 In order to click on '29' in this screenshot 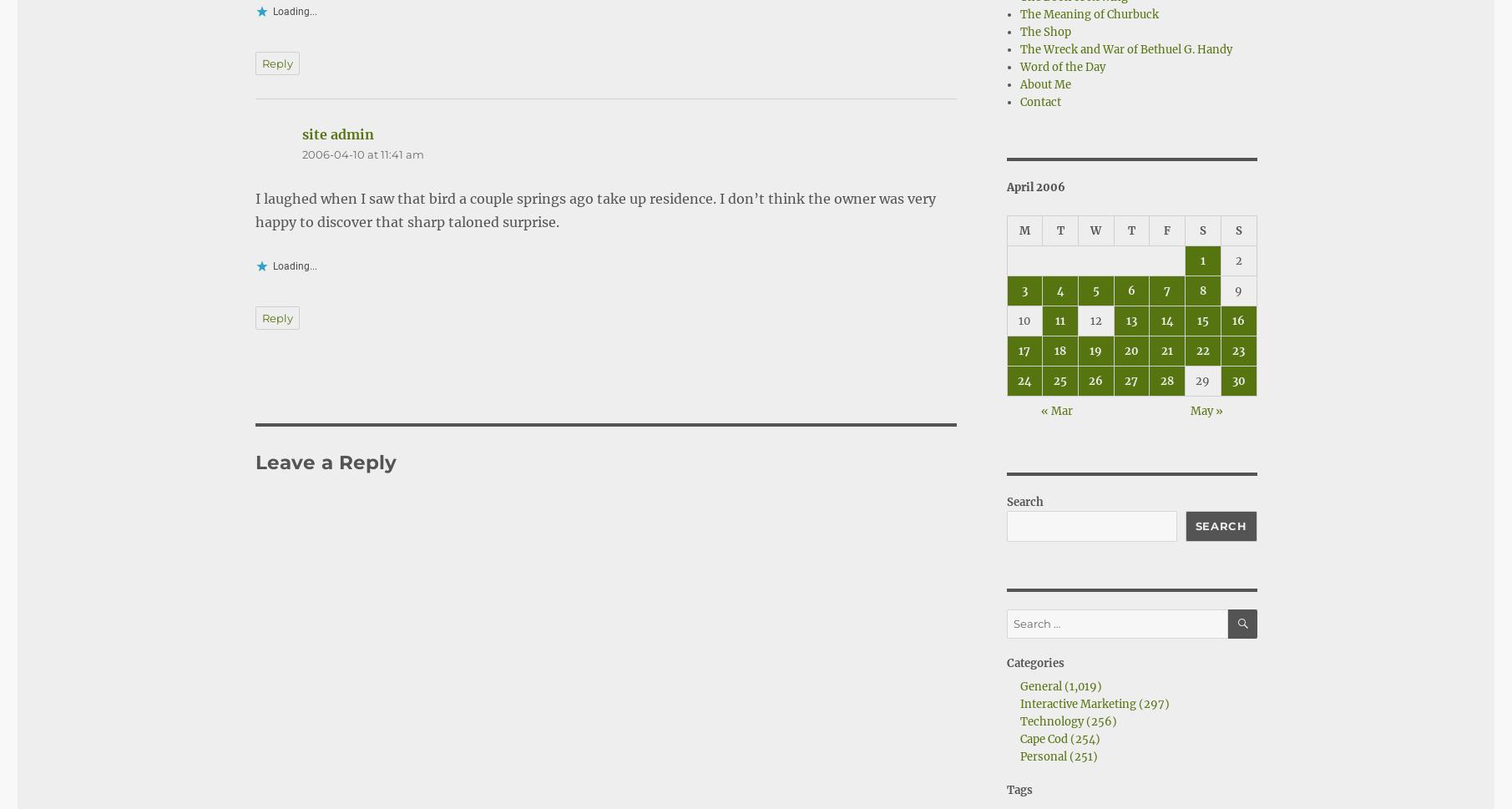, I will do `click(1202, 380)`.